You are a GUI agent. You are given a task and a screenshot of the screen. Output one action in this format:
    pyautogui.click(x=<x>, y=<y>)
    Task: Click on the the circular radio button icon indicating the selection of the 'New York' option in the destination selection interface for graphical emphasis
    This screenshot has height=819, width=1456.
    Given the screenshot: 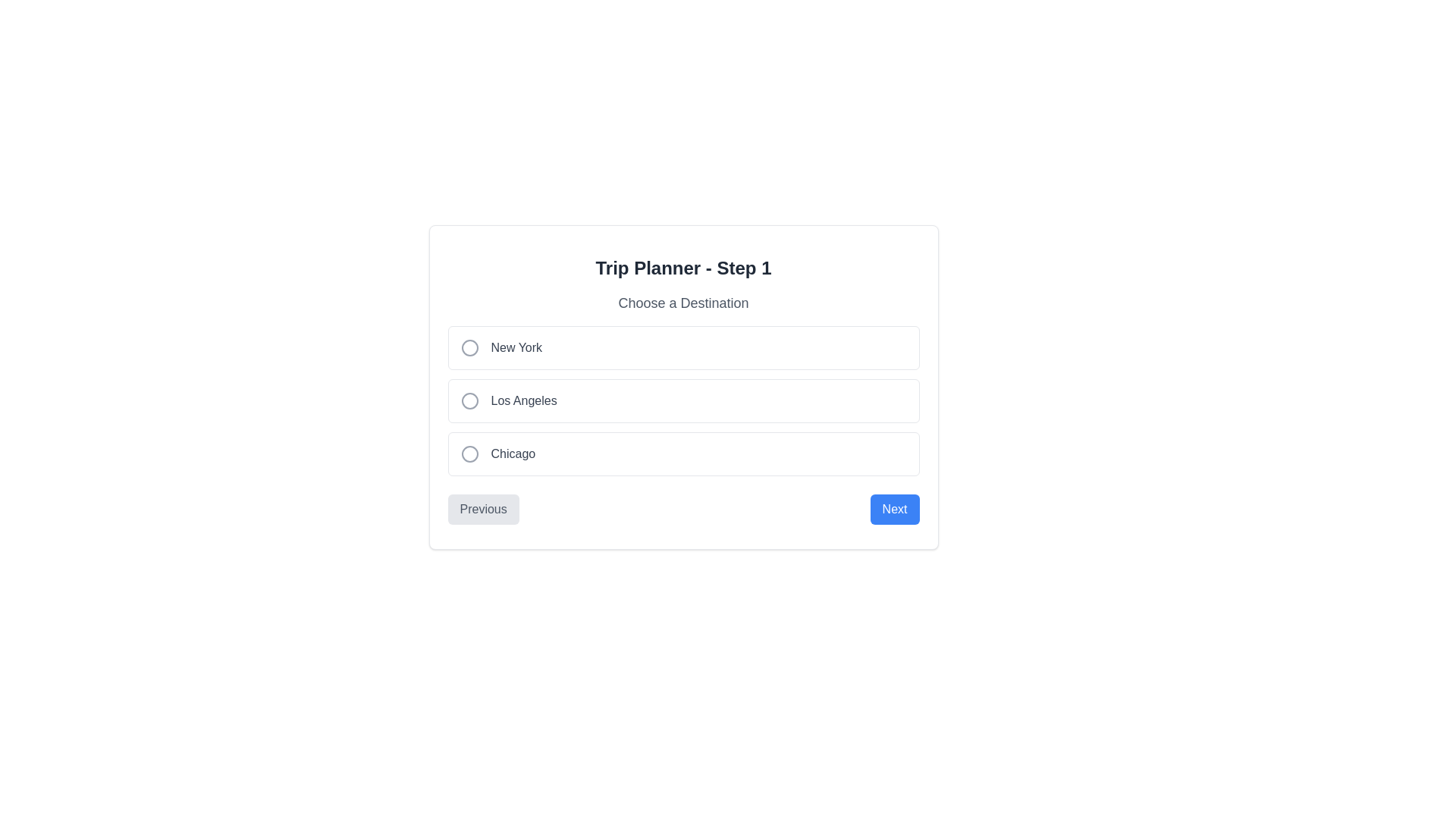 What is the action you would take?
    pyautogui.click(x=469, y=348)
    